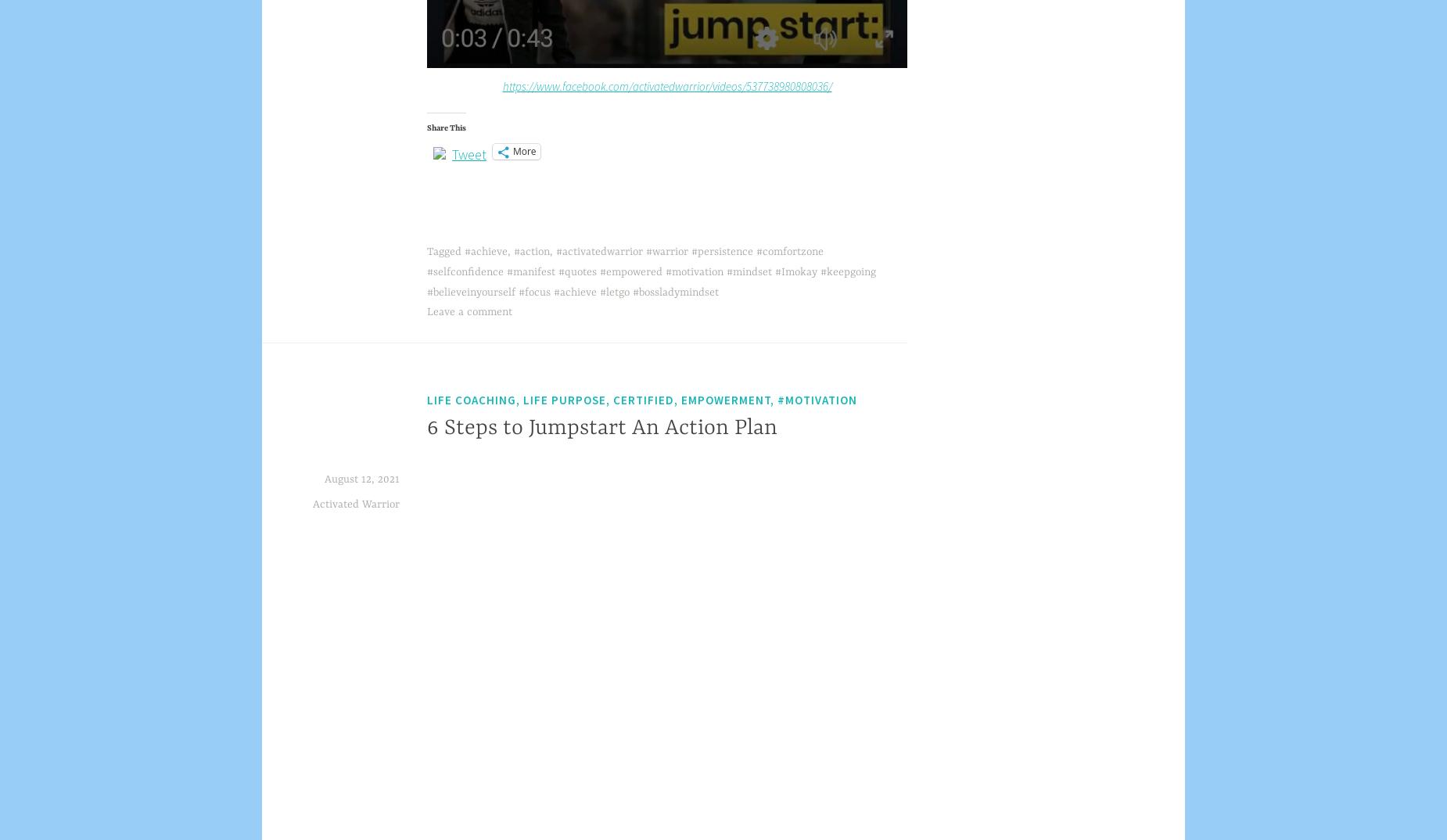  I want to click on 'Life coaching, life purpose, certified, empowerment, #motivation', so click(642, 399).